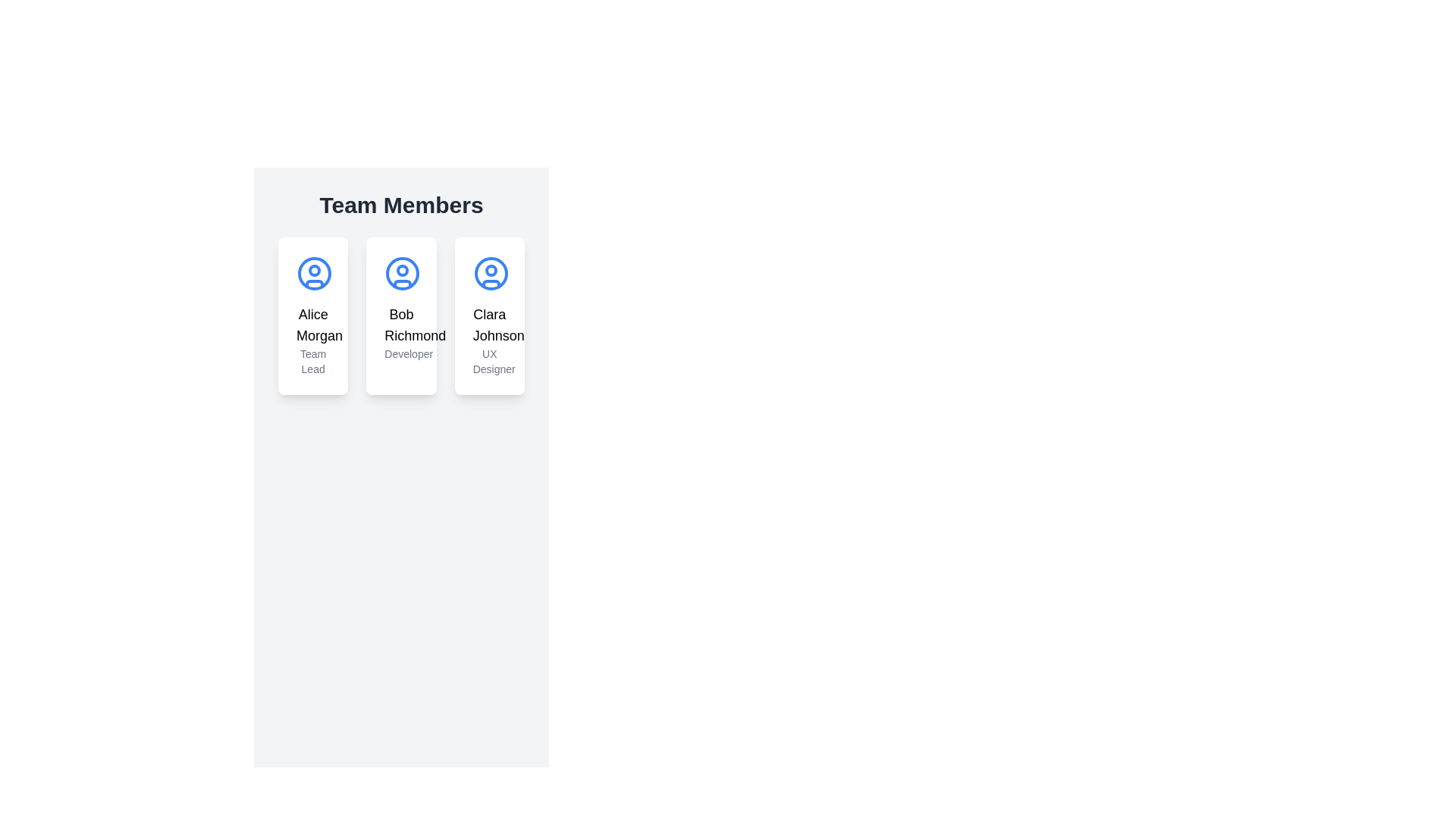  I want to click on the Card component for Clara Johnson, which is the third card in a row of three, featuring a white background, rounded corners, and blue accents, positioned to the far right of the layout grid, so click(489, 315).